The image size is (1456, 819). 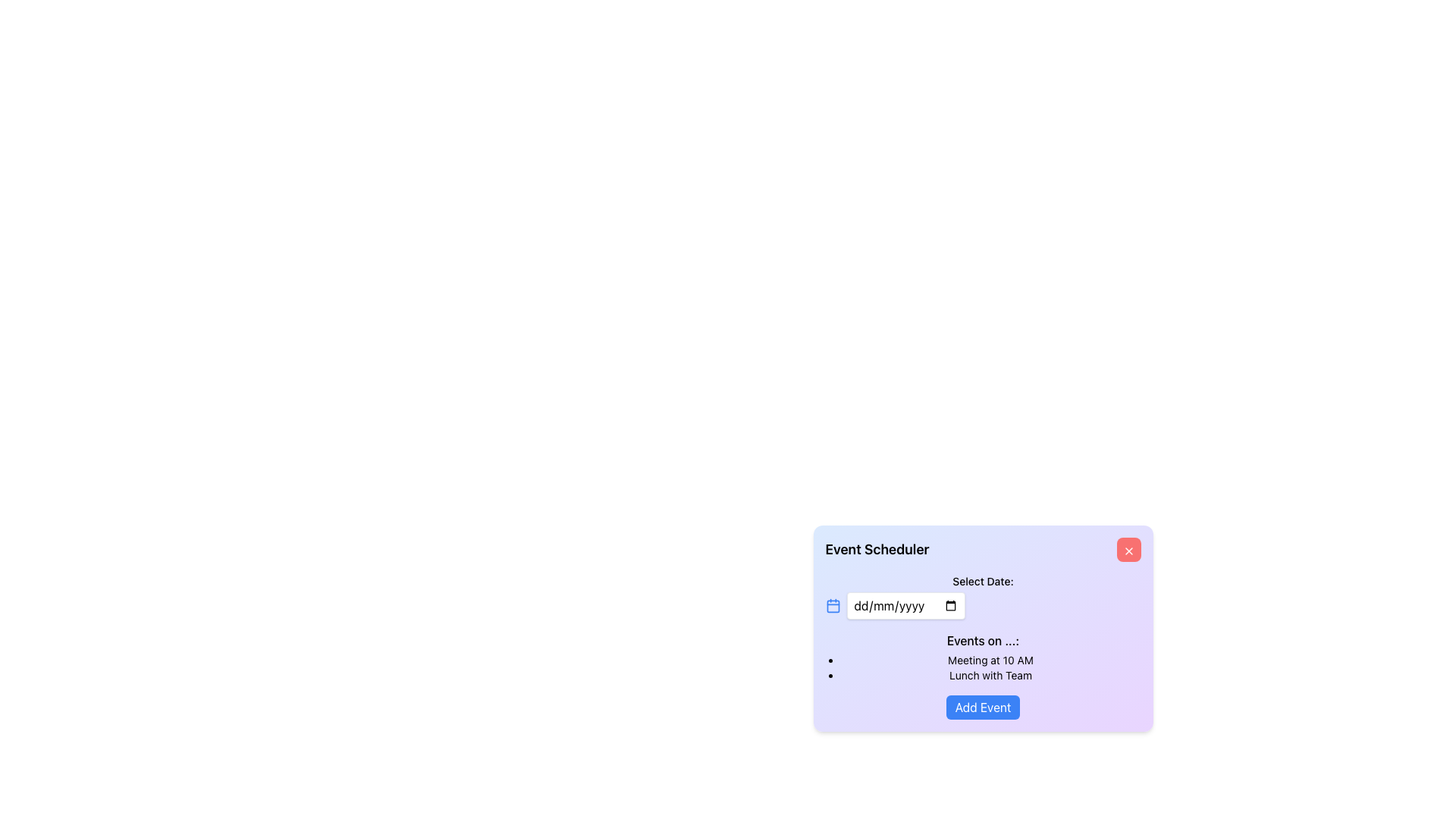 I want to click on the small red button with a white cross icon in the top-right corner of the 'Event Scheduler' dialog, so click(x=1128, y=550).